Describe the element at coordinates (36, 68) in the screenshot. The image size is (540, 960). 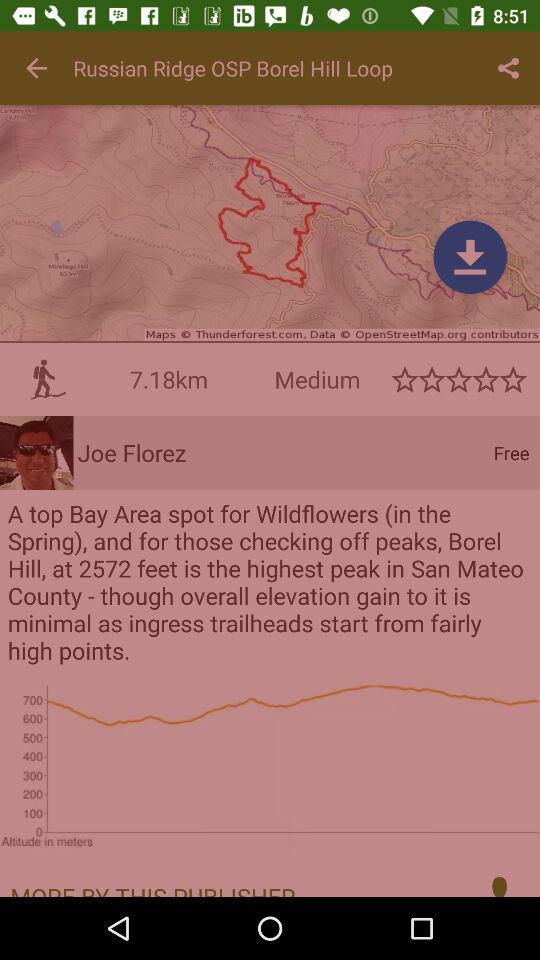
I see `icon to the left of russian ridge osp icon` at that location.